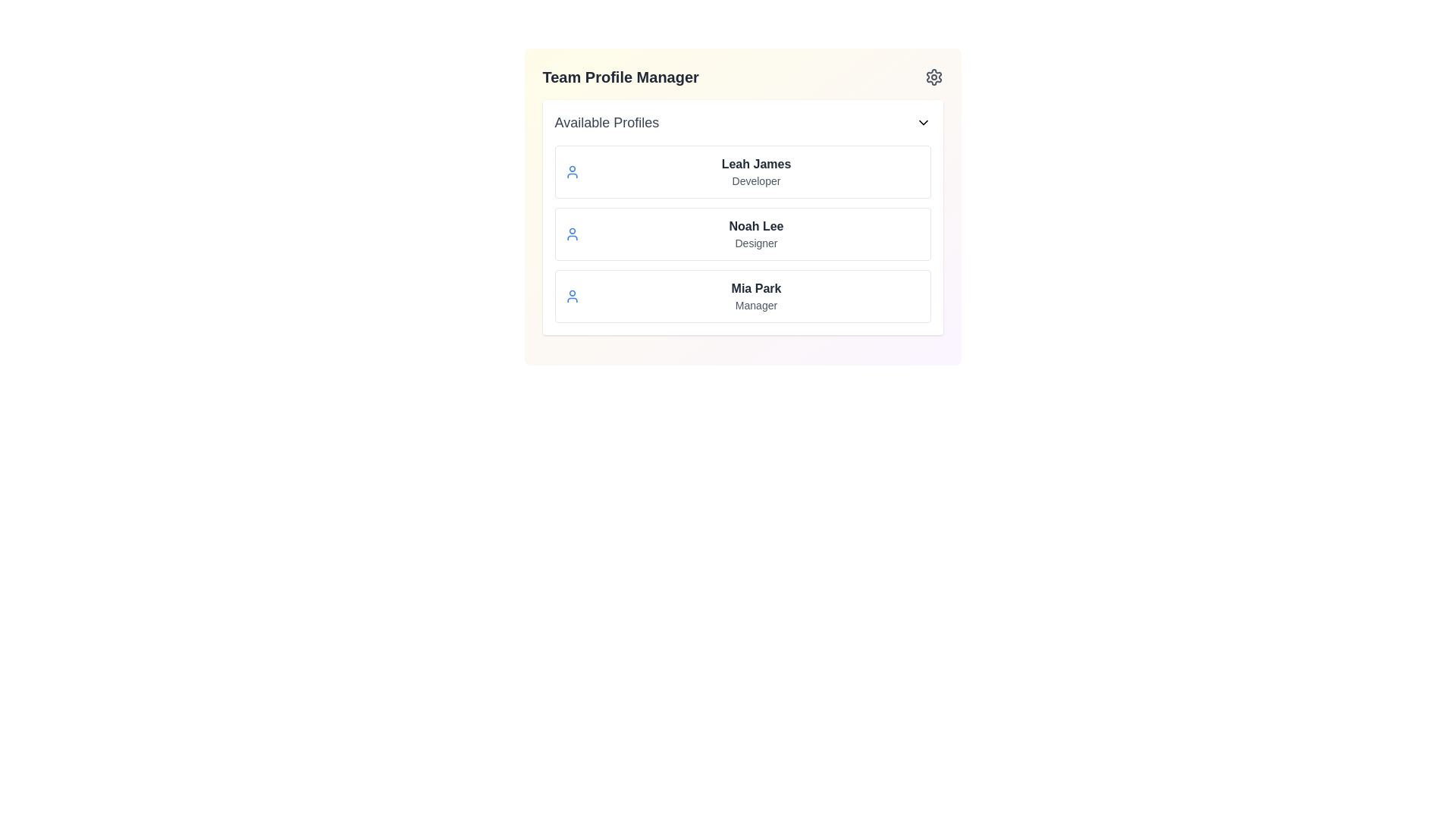  What do you see at coordinates (756, 305) in the screenshot?
I see `the text label displaying 'Manager' in light gray font, which is located below 'Mia Park' in the third profile card` at bounding box center [756, 305].